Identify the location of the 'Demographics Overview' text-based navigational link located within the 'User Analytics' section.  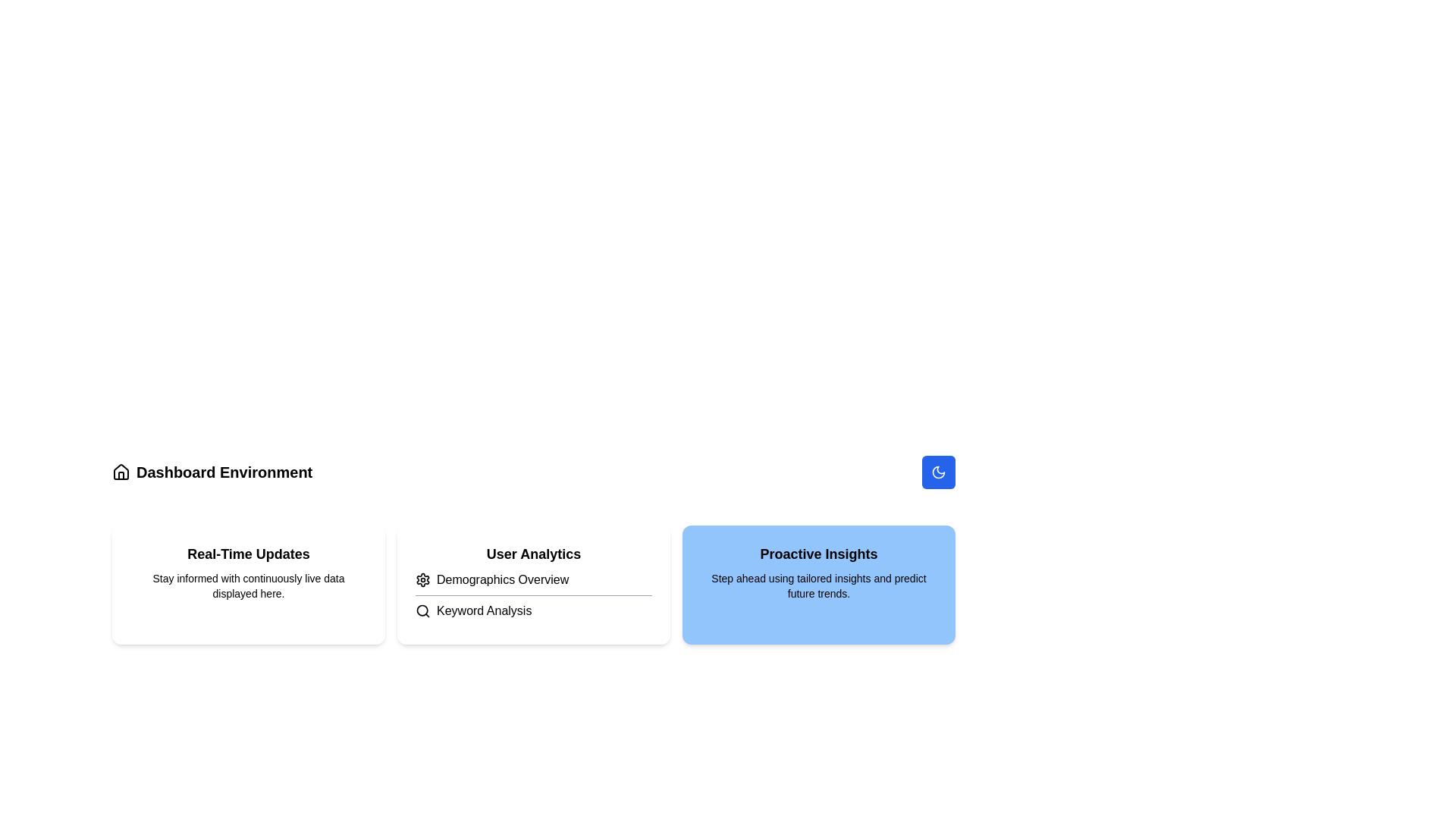
(534, 595).